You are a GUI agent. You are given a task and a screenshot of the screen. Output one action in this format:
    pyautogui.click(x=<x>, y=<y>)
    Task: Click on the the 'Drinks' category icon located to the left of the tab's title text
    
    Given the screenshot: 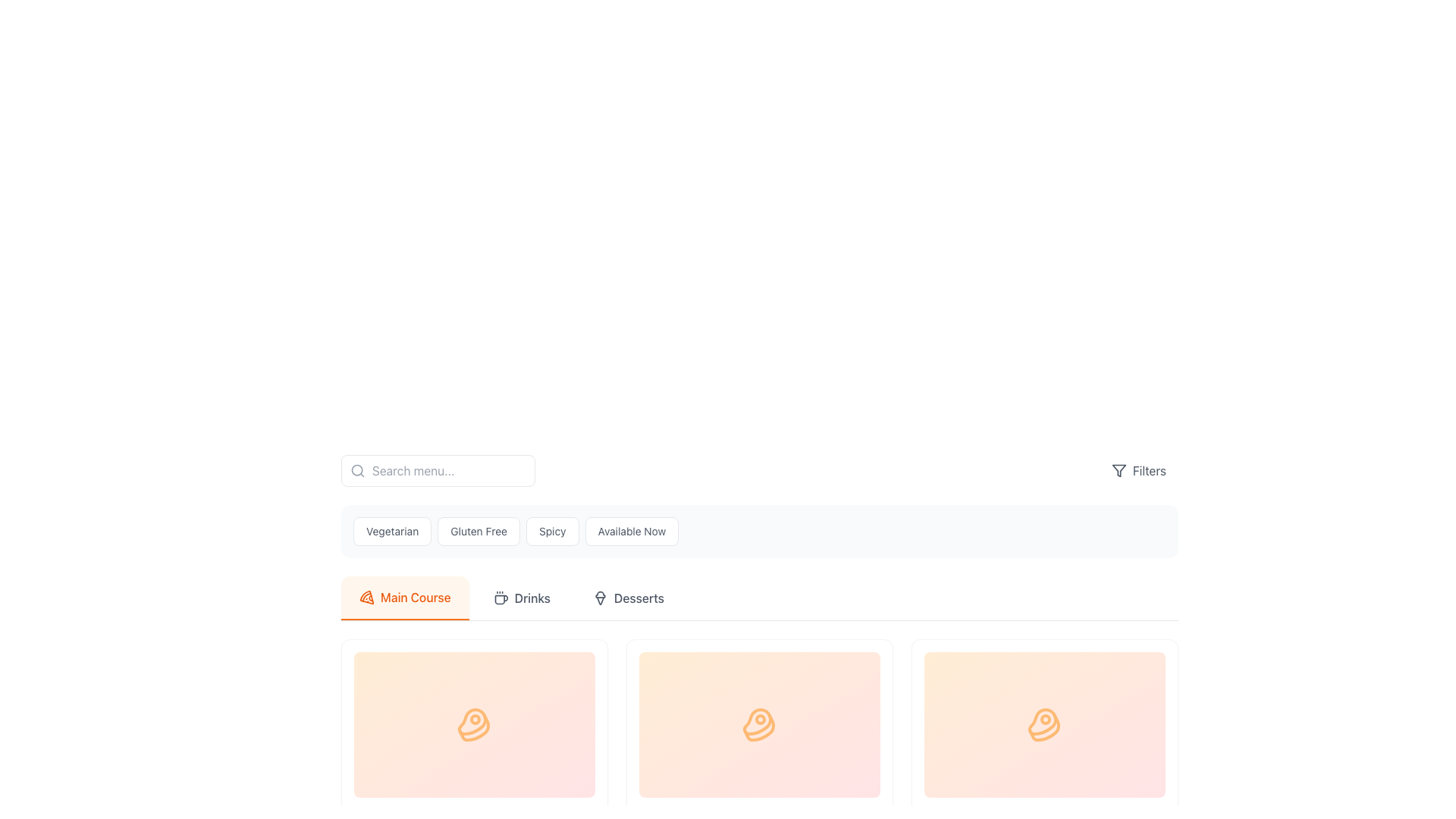 What is the action you would take?
    pyautogui.click(x=500, y=598)
    